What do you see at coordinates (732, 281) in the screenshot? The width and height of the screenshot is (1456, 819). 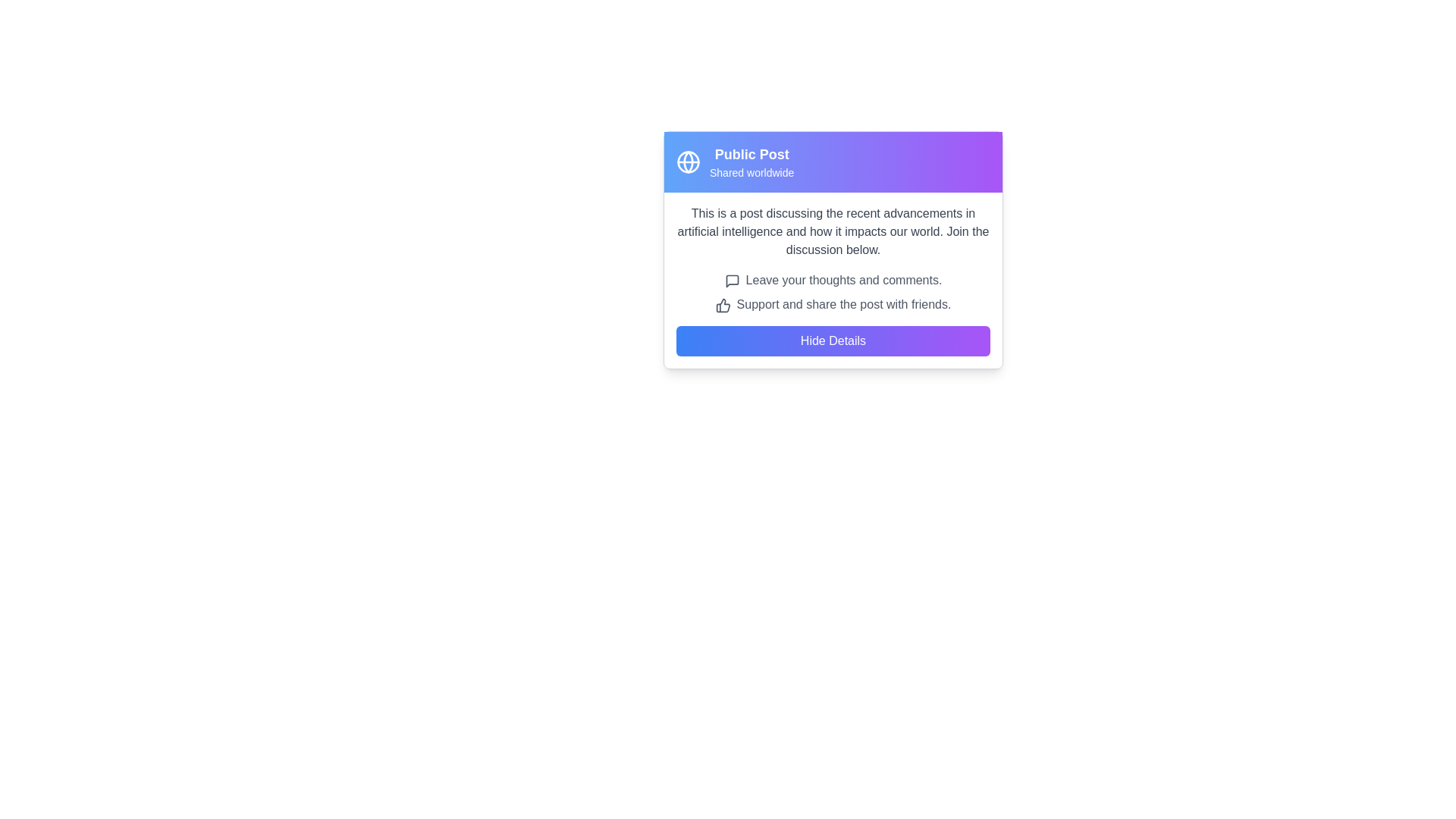 I see `the chat bubble icon located beside the text 'Leave your thoughts and comments' within the user interface card` at bounding box center [732, 281].